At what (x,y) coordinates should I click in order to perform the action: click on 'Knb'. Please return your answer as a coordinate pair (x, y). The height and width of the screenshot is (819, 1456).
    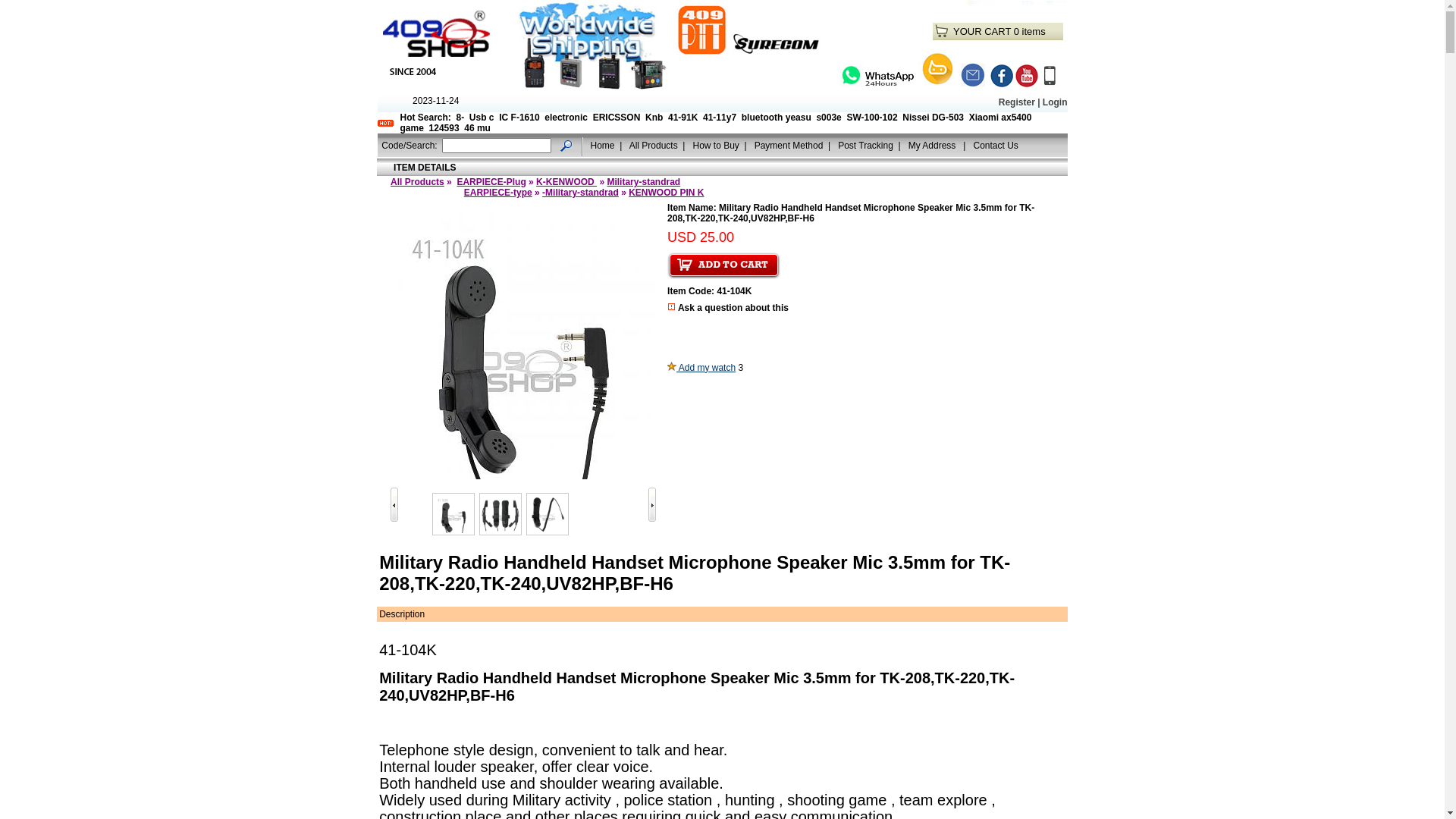
    Looking at the image, I should click on (654, 116).